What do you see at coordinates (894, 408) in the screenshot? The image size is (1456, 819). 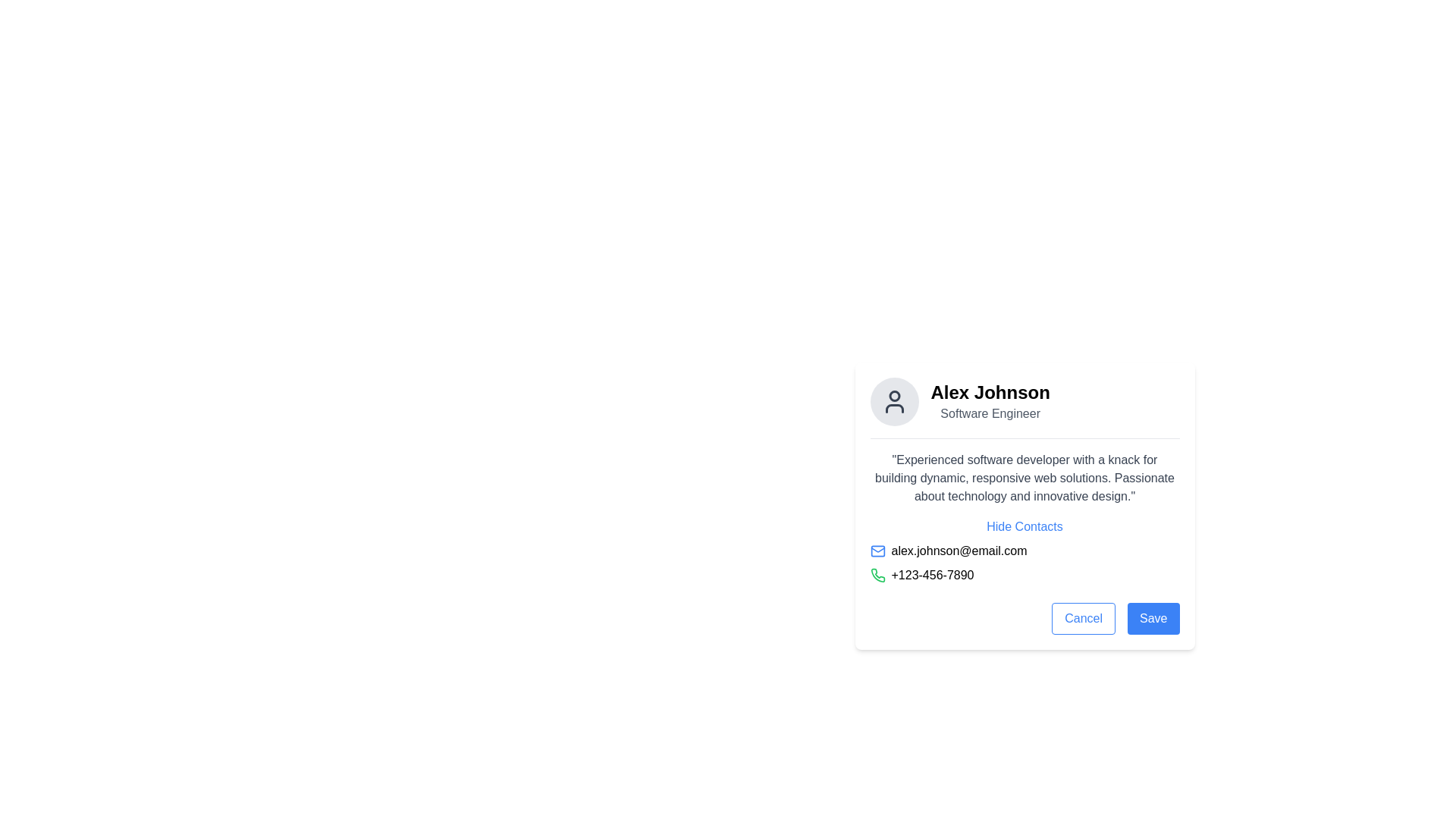 I see `the chest icon of the avatar representation, which is located at the lower part of the avatar graphic, just under the user's head` at bounding box center [894, 408].